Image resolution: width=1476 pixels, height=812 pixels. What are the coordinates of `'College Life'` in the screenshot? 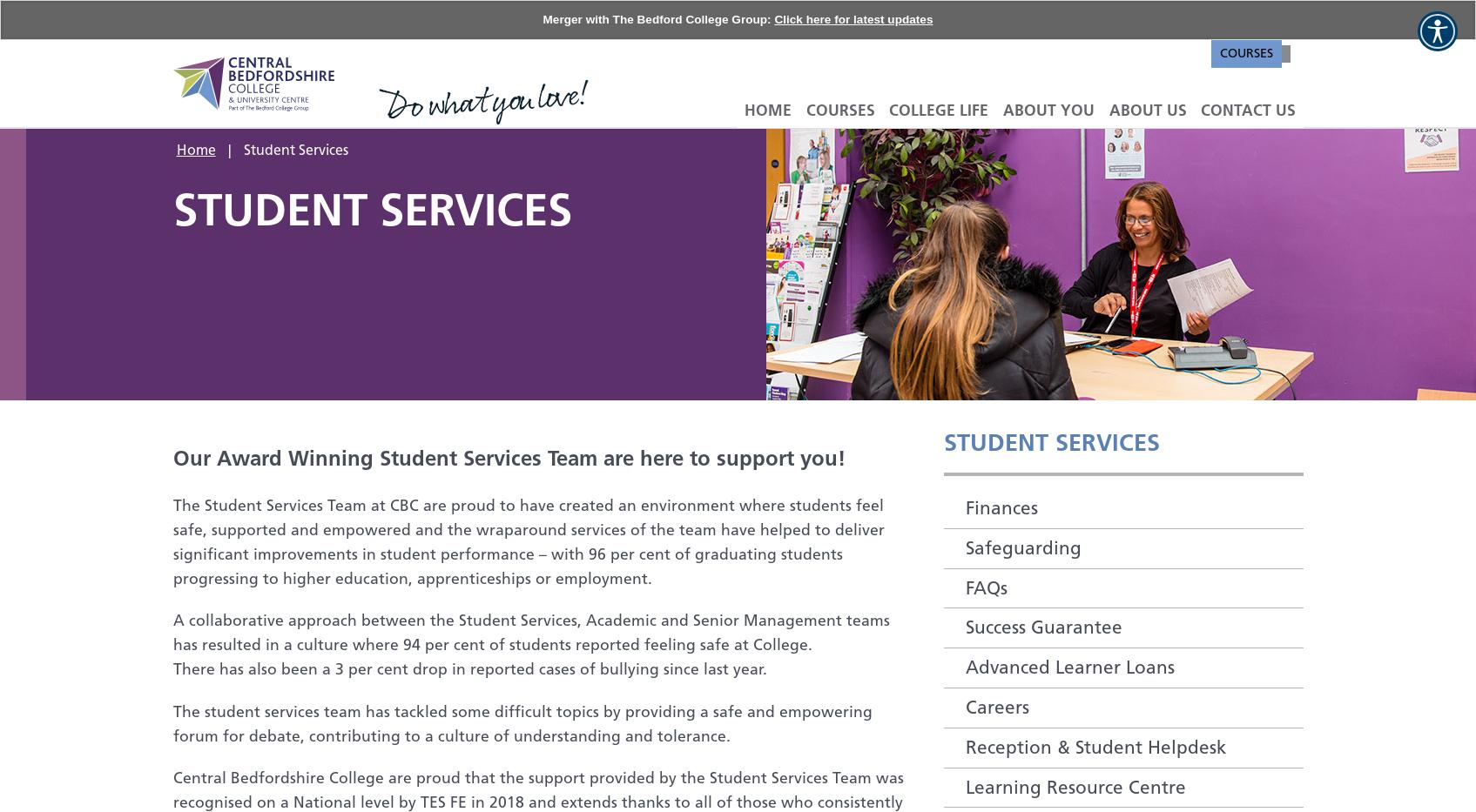 It's located at (939, 109).